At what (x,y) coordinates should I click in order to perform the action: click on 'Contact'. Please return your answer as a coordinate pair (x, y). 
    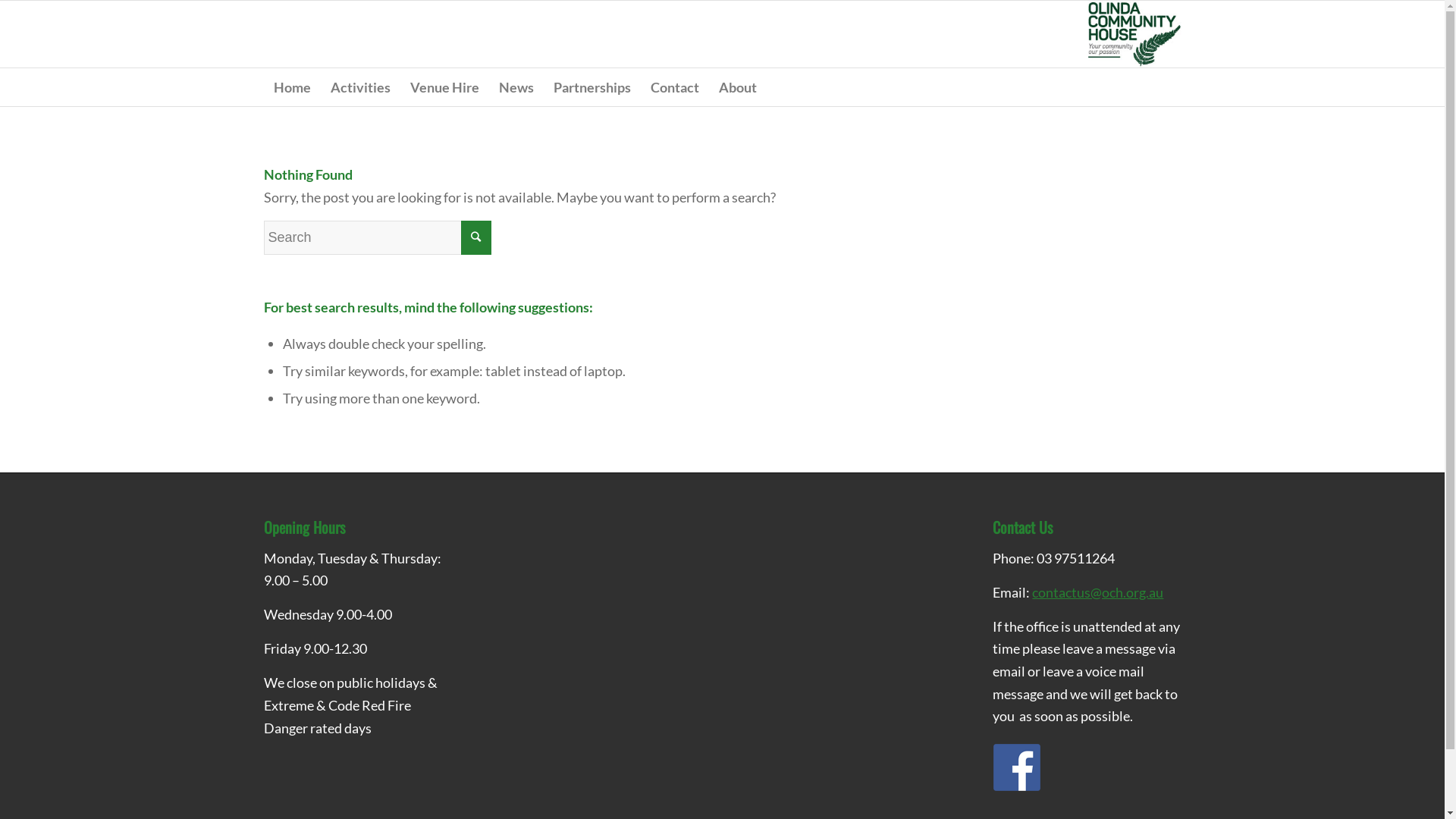
    Looking at the image, I should click on (673, 87).